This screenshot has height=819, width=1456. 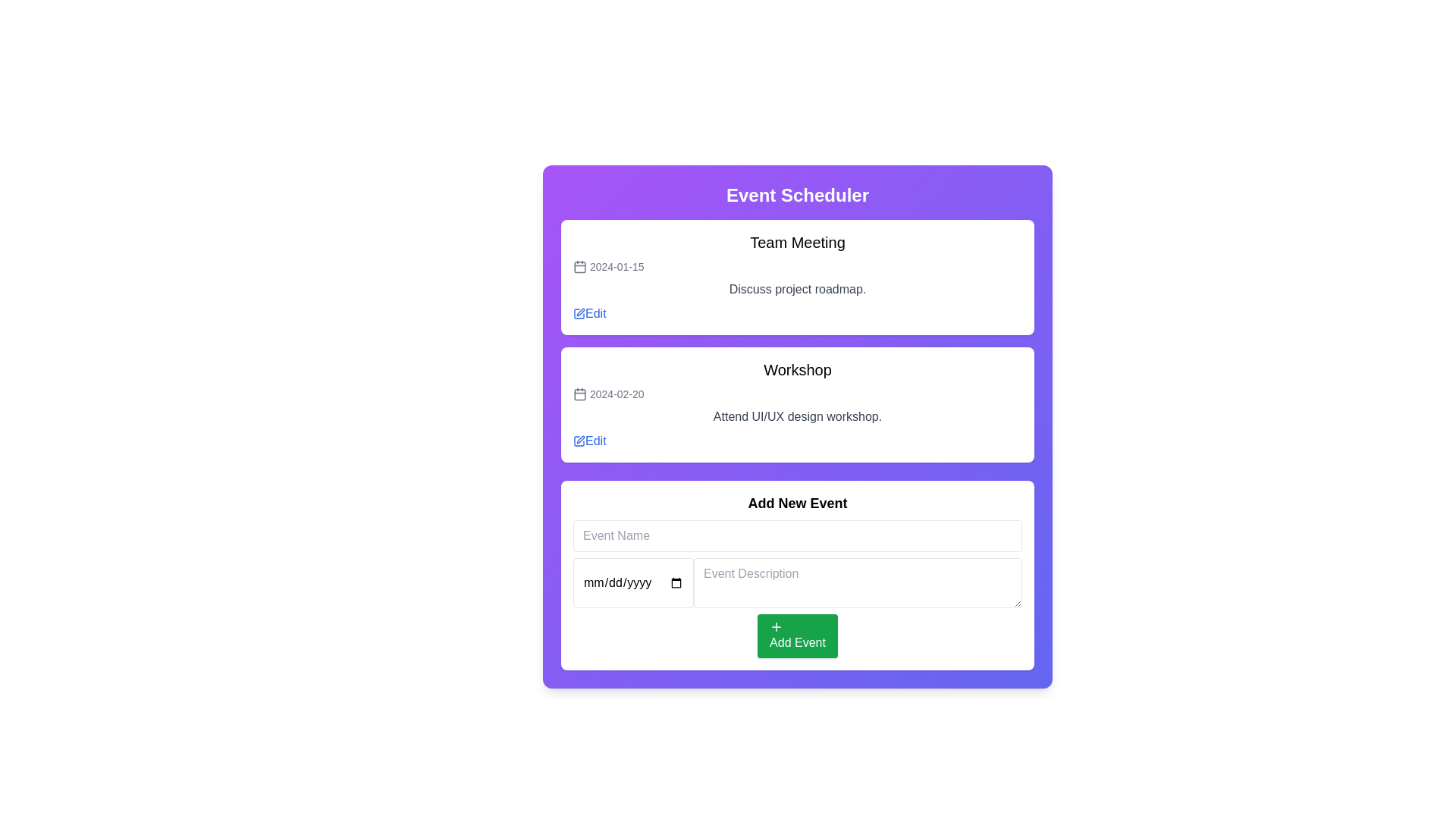 What do you see at coordinates (796, 289) in the screenshot?
I see `the text element that provides information about the team meeting agenda, located in the second row of the 'Team Meeting' section, below the date and above the 'Edit' link` at bounding box center [796, 289].